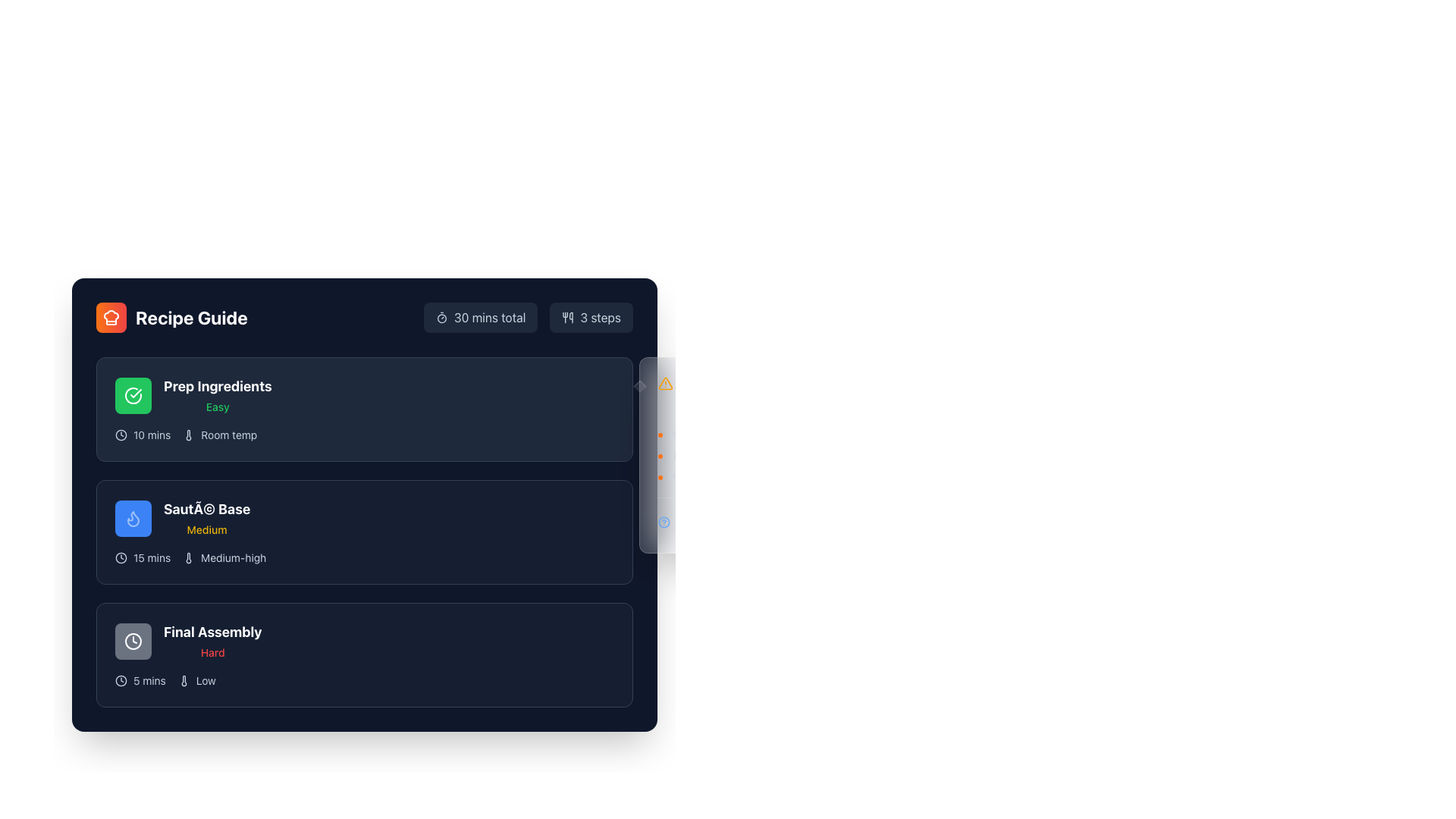 The image size is (1456, 819). What do you see at coordinates (666, 382) in the screenshot?
I see `the triangular alert icon with a bright amber border, located in the mid-upper section of the visible sidebar, near the vertical scroll region` at bounding box center [666, 382].